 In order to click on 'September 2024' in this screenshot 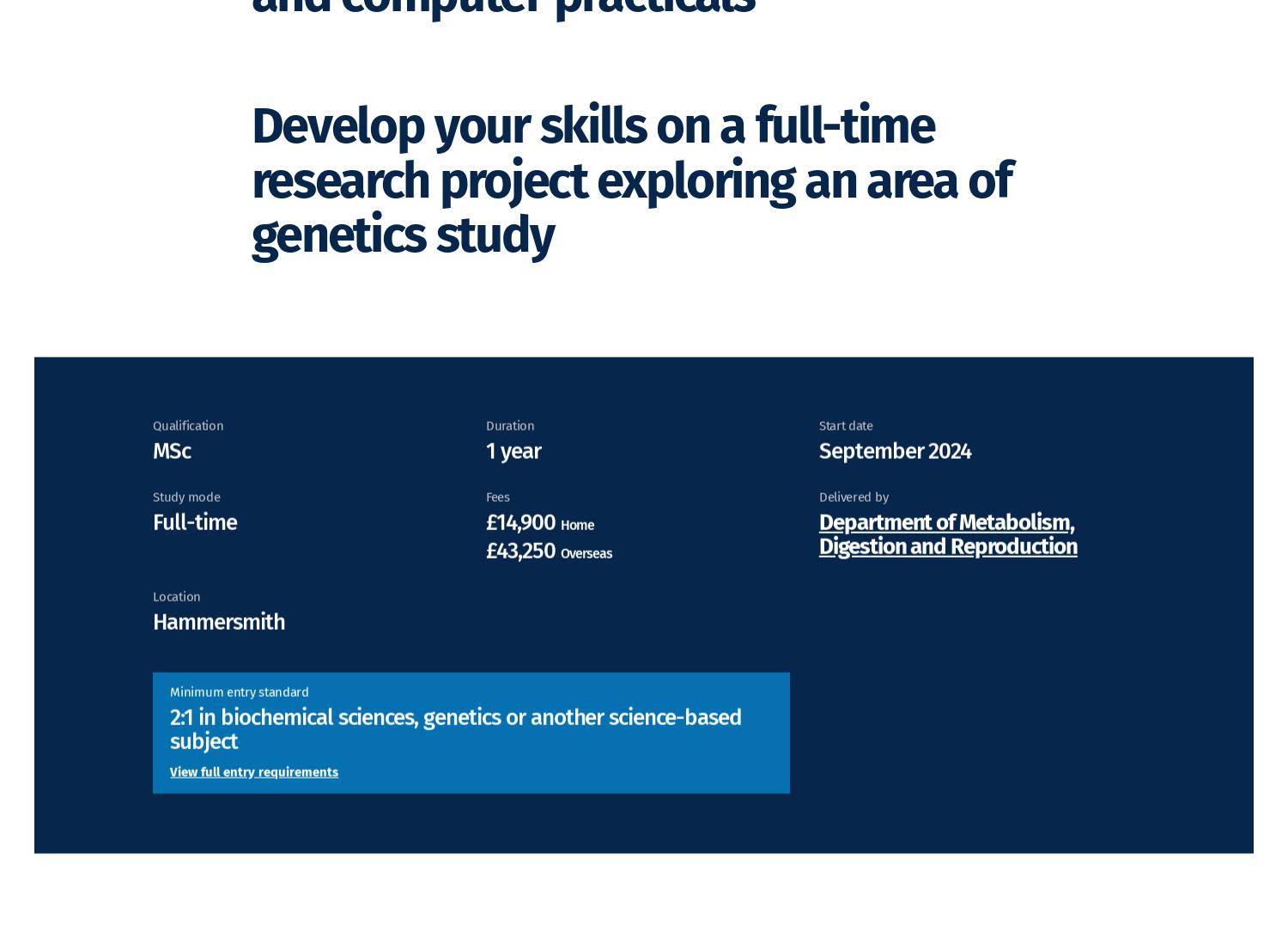, I will do `click(895, 474)`.